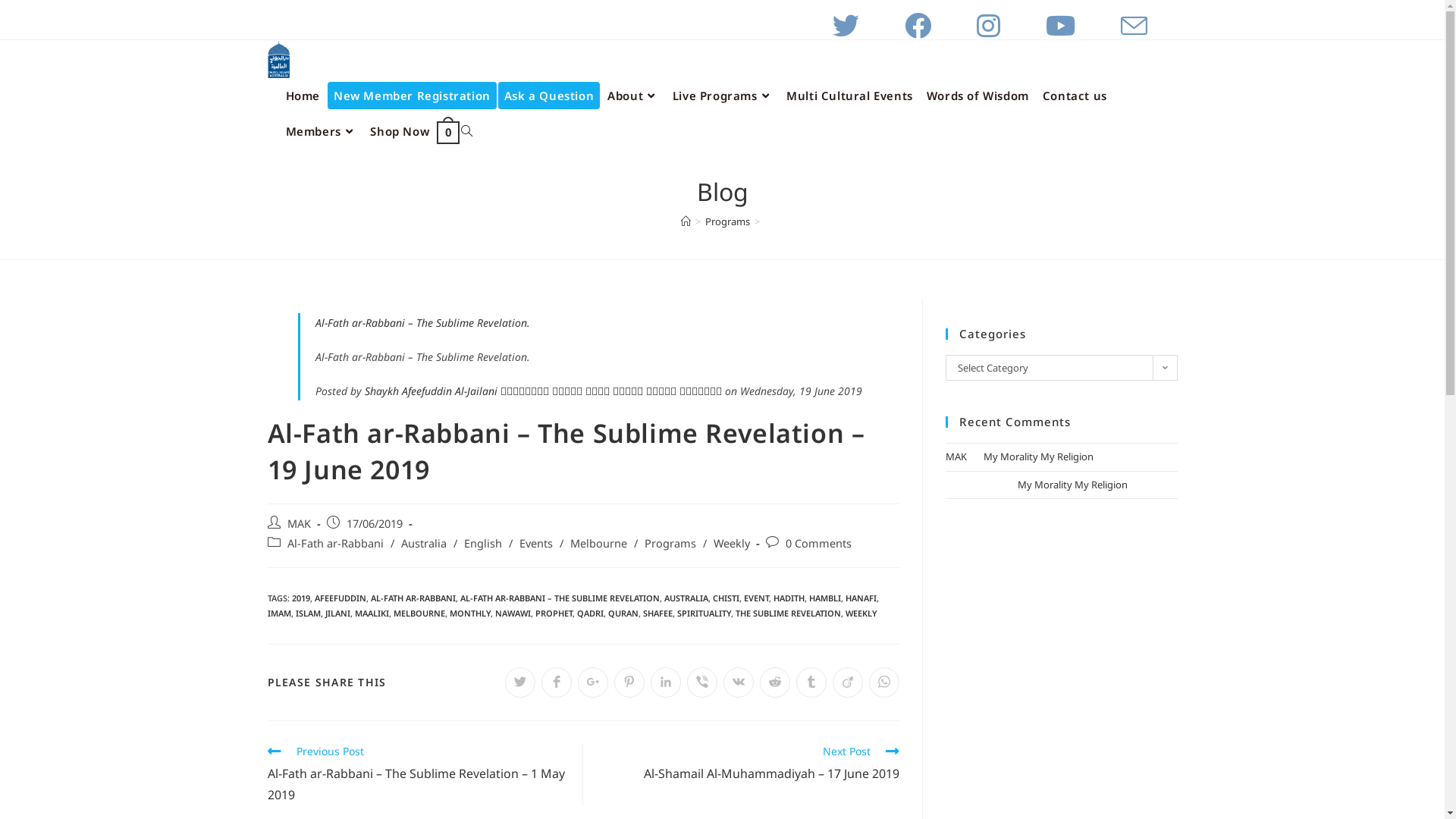 This screenshot has height=819, width=1456. I want to click on 'AUSTRALIA', so click(686, 597).